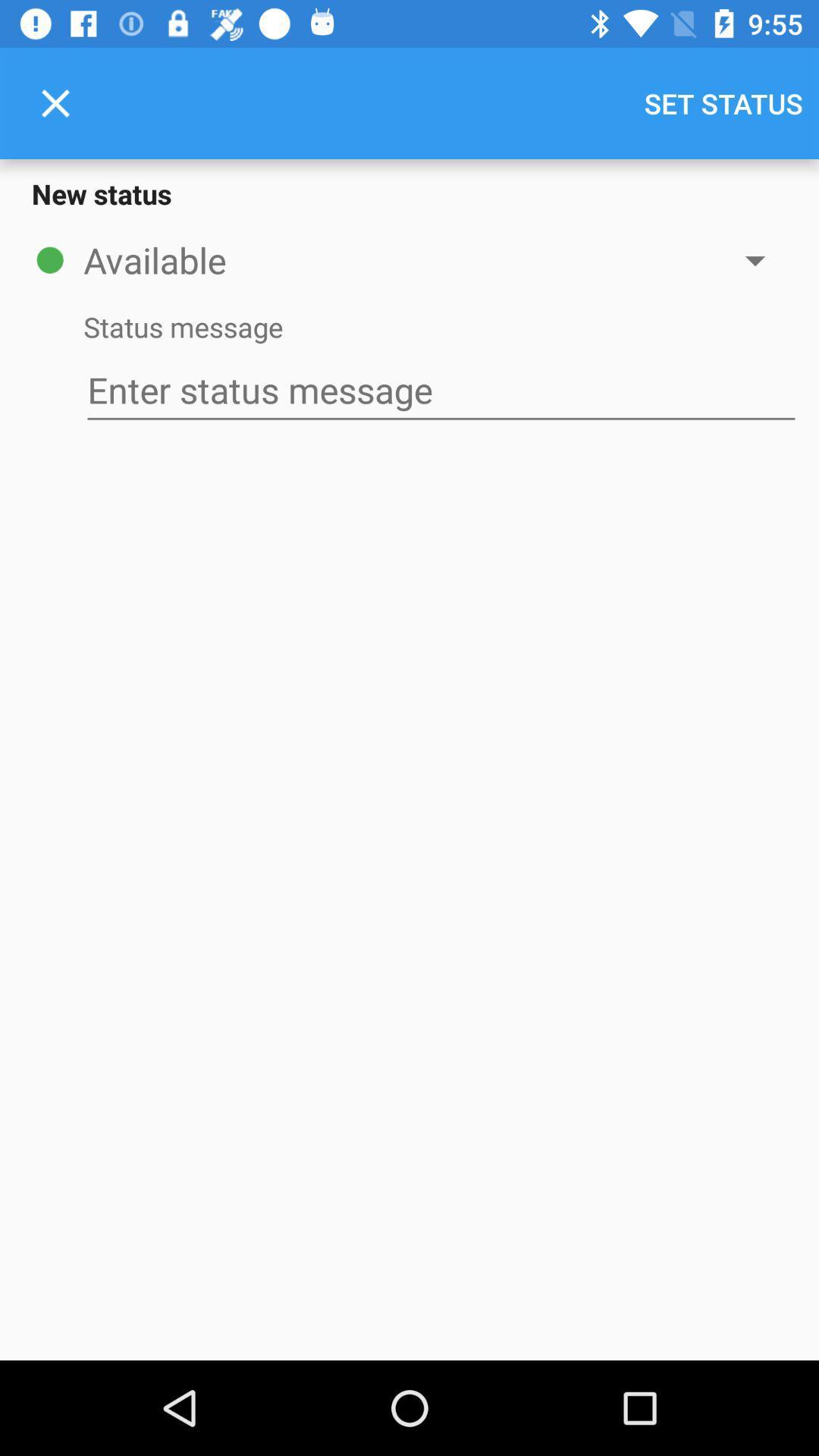  What do you see at coordinates (723, 102) in the screenshot?
I see `the icon at the top right corner` at bounding box center [723, 102].